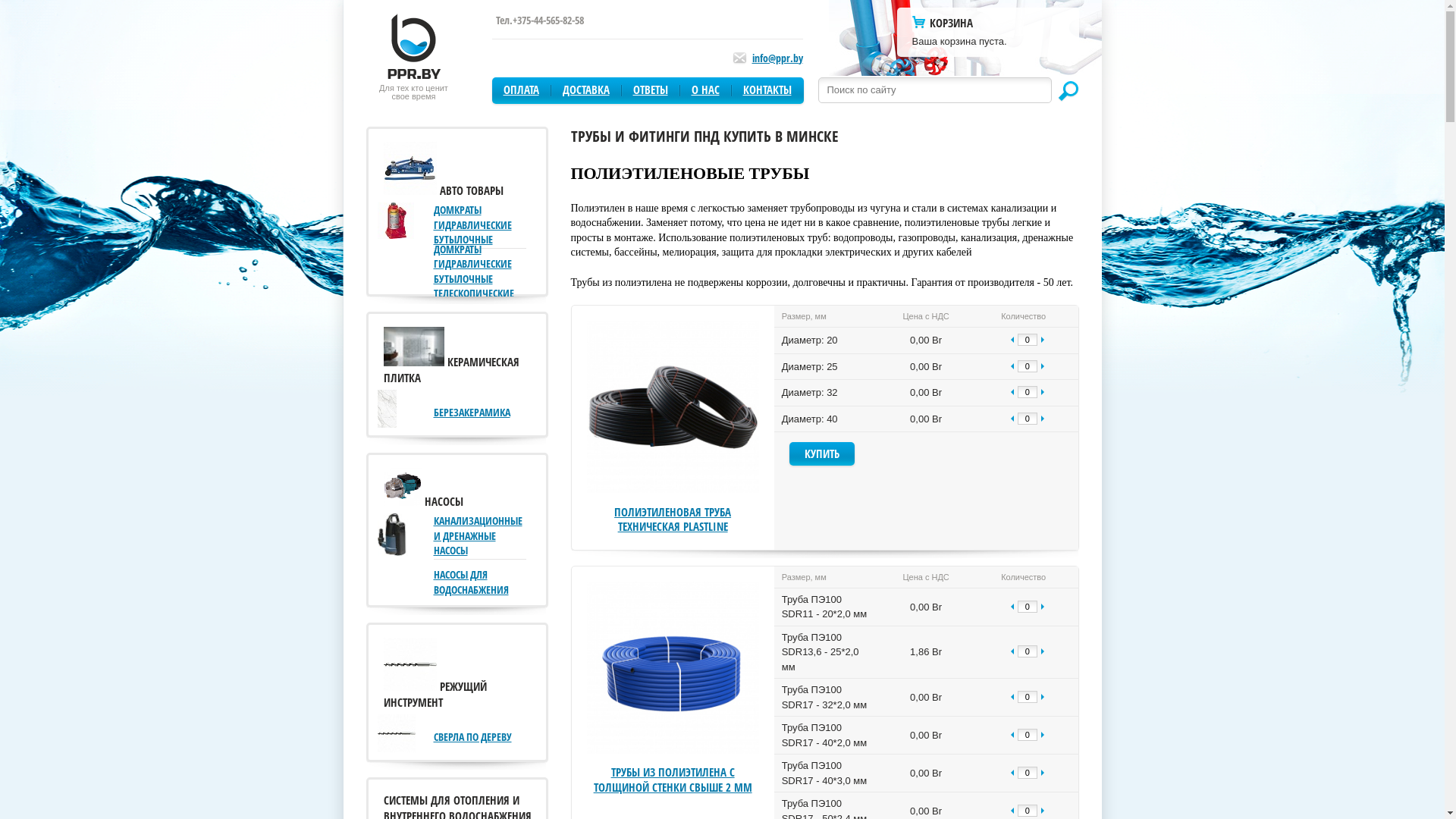  I want to click on '+', so click(1041, 339).